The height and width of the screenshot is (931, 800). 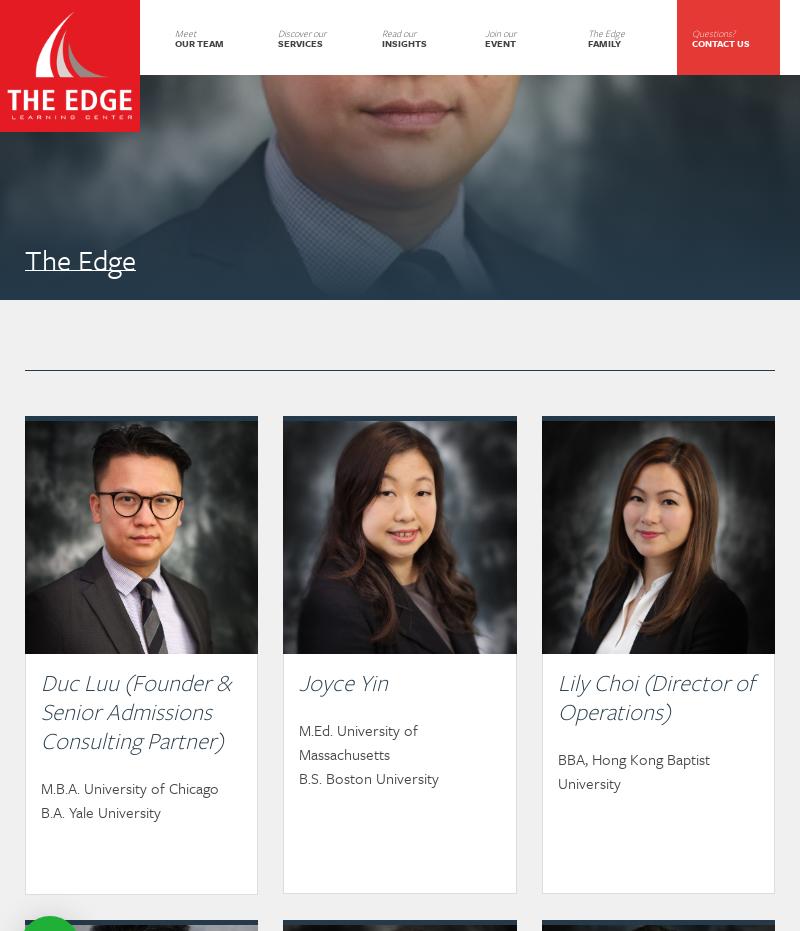 I want to click on 'Joyce Yin', so click(x=343, y=681).